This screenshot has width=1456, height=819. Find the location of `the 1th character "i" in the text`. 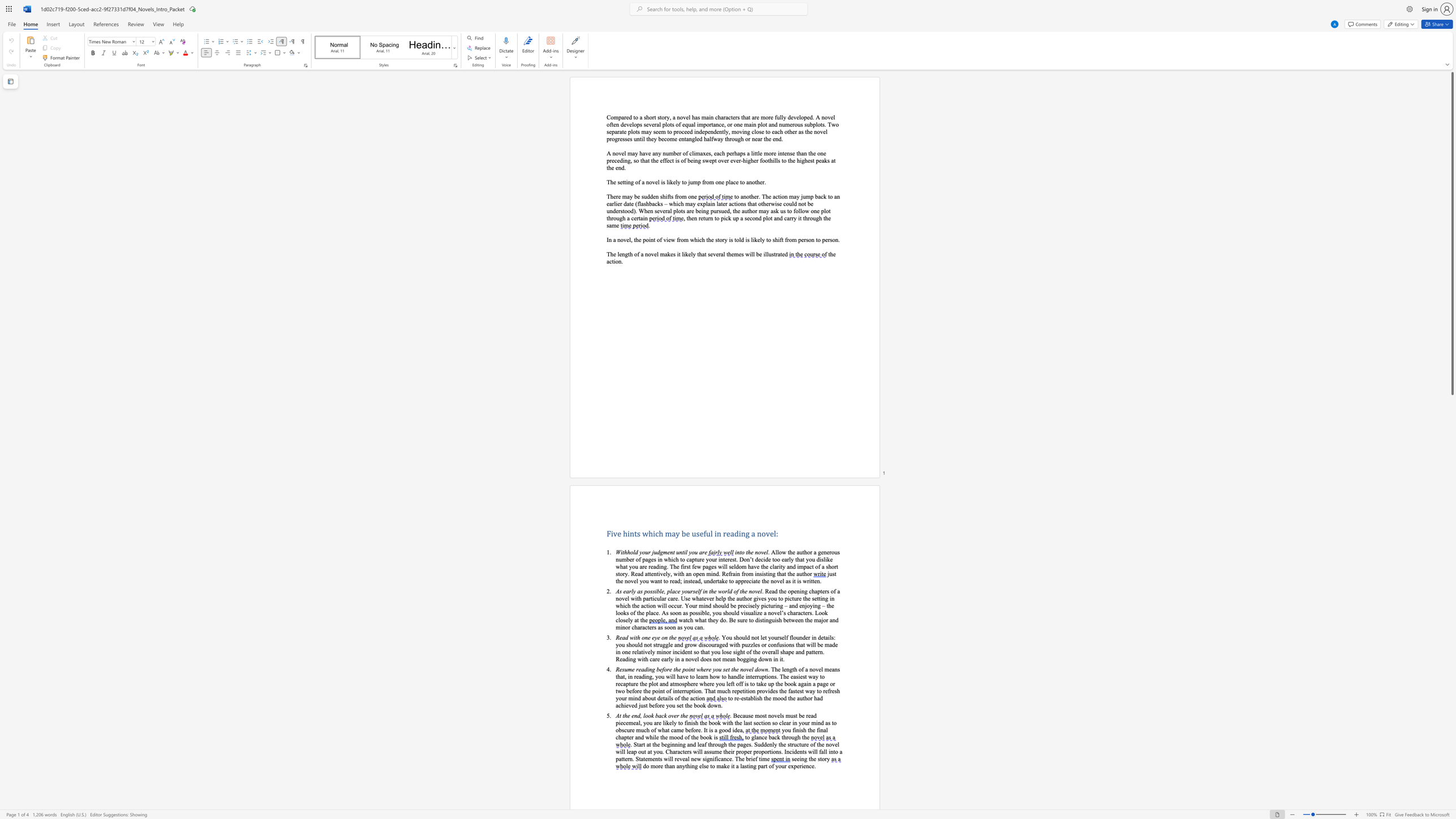

the 1th character "i" in the text is located at coordinates (819, 730).